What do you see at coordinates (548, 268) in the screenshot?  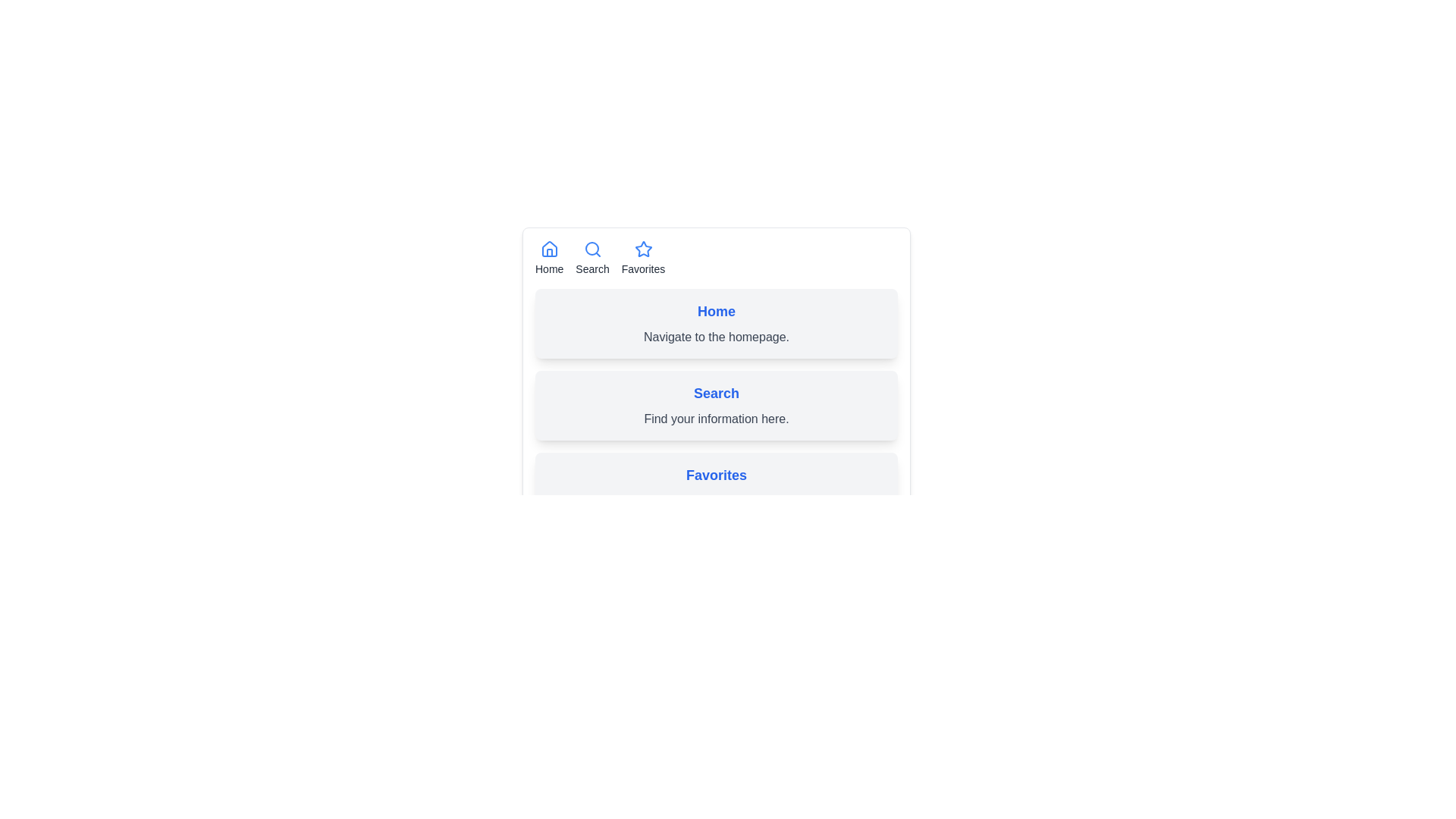 I see `the text label located directly under the house-shaped icon, which serves as a descriptive subtitle for the icon` at bounding box center [548, 268].